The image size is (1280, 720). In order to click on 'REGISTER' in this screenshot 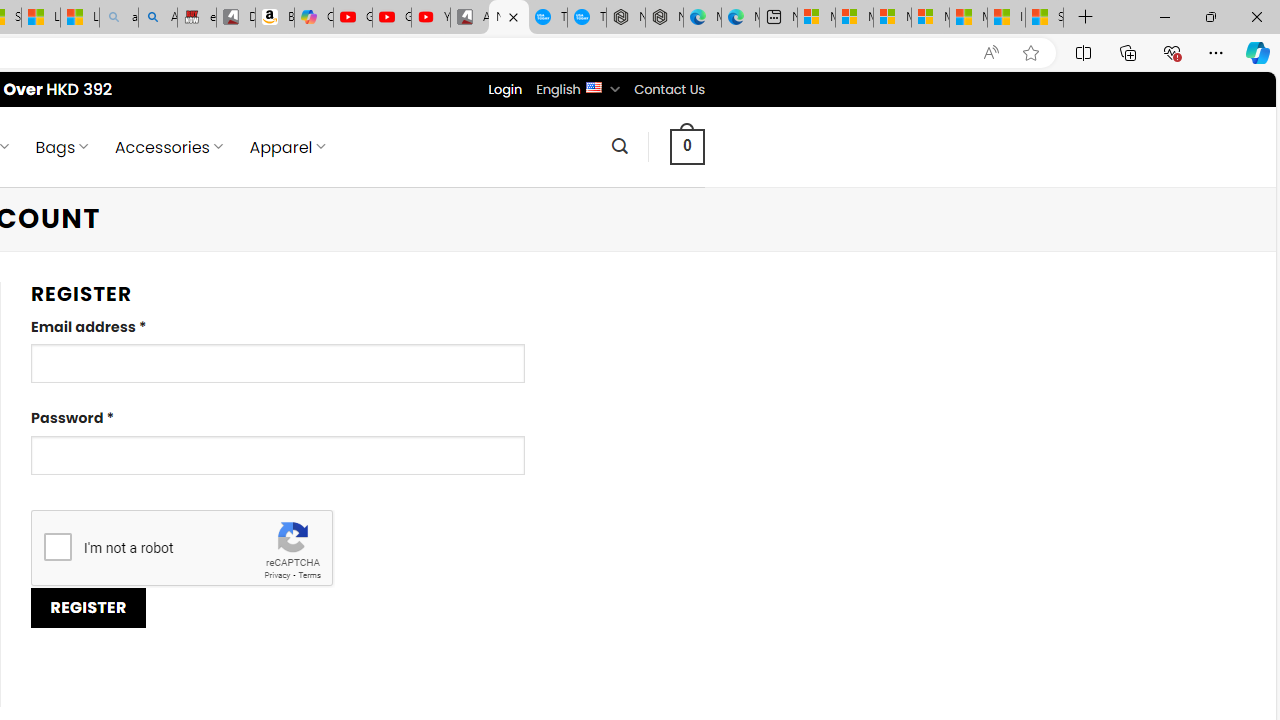, I will do `click(87, 607)`.